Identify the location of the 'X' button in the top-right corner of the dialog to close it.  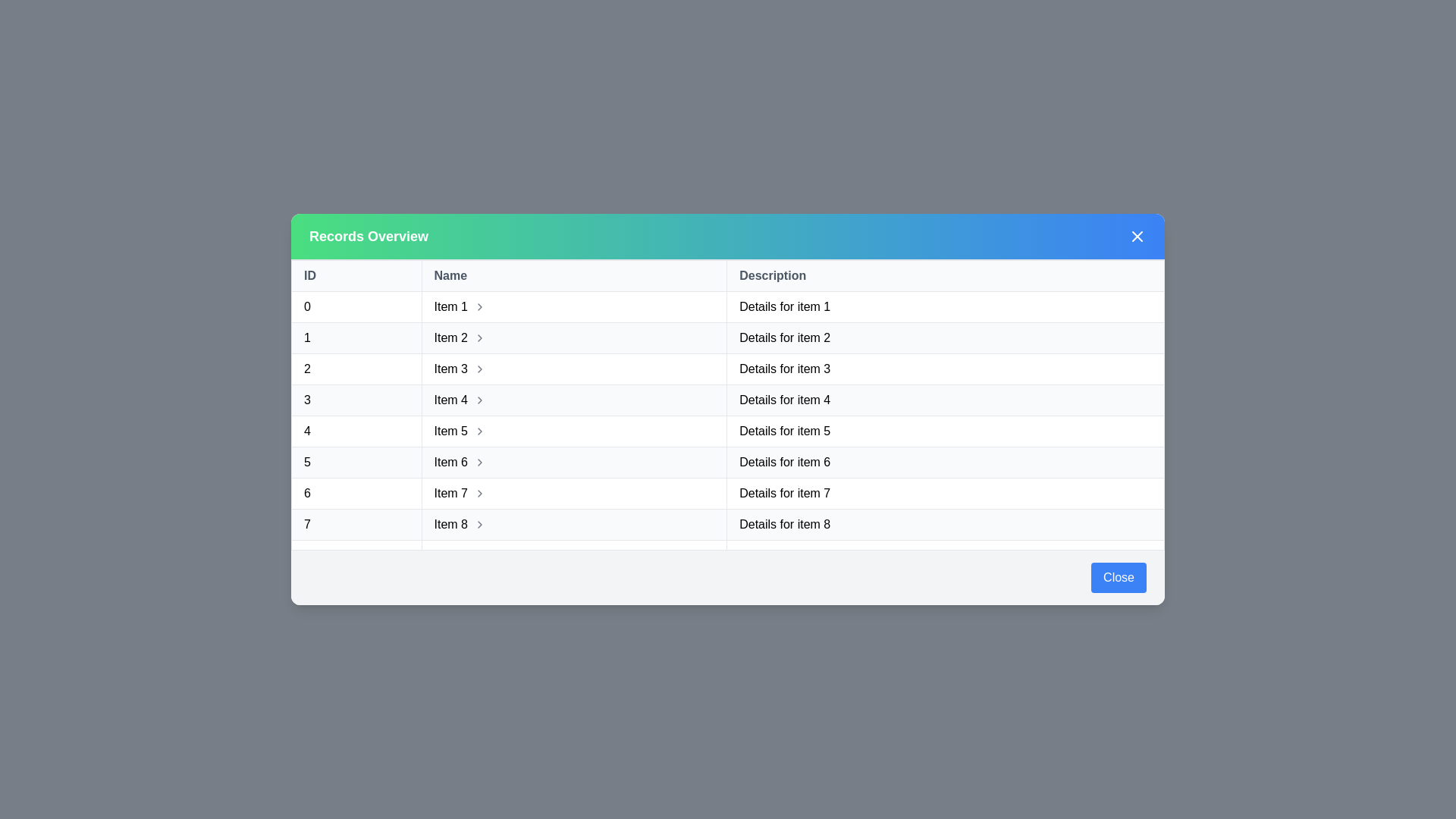
(1137, 237).